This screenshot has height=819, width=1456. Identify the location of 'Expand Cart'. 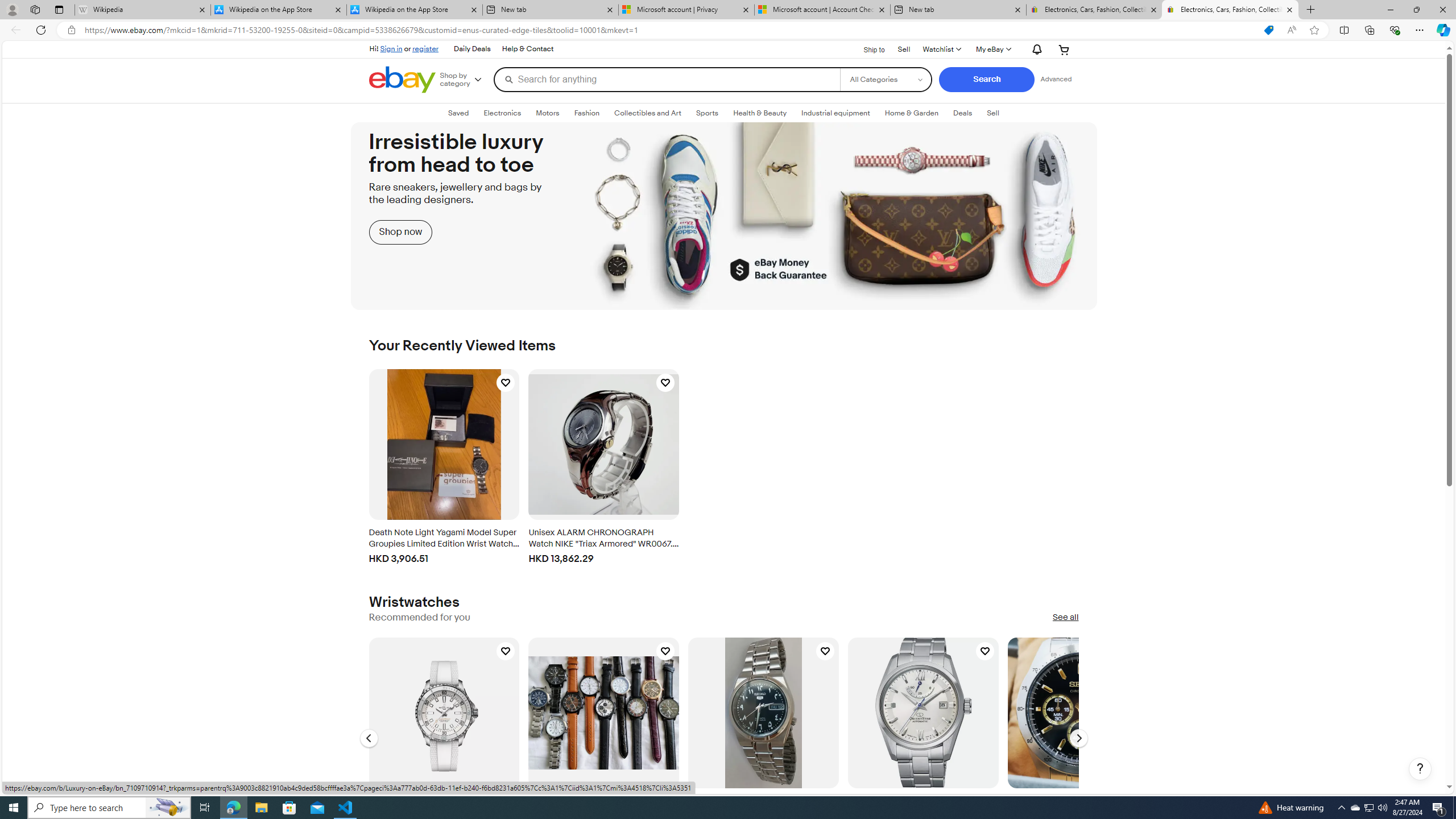
(1064, 49).